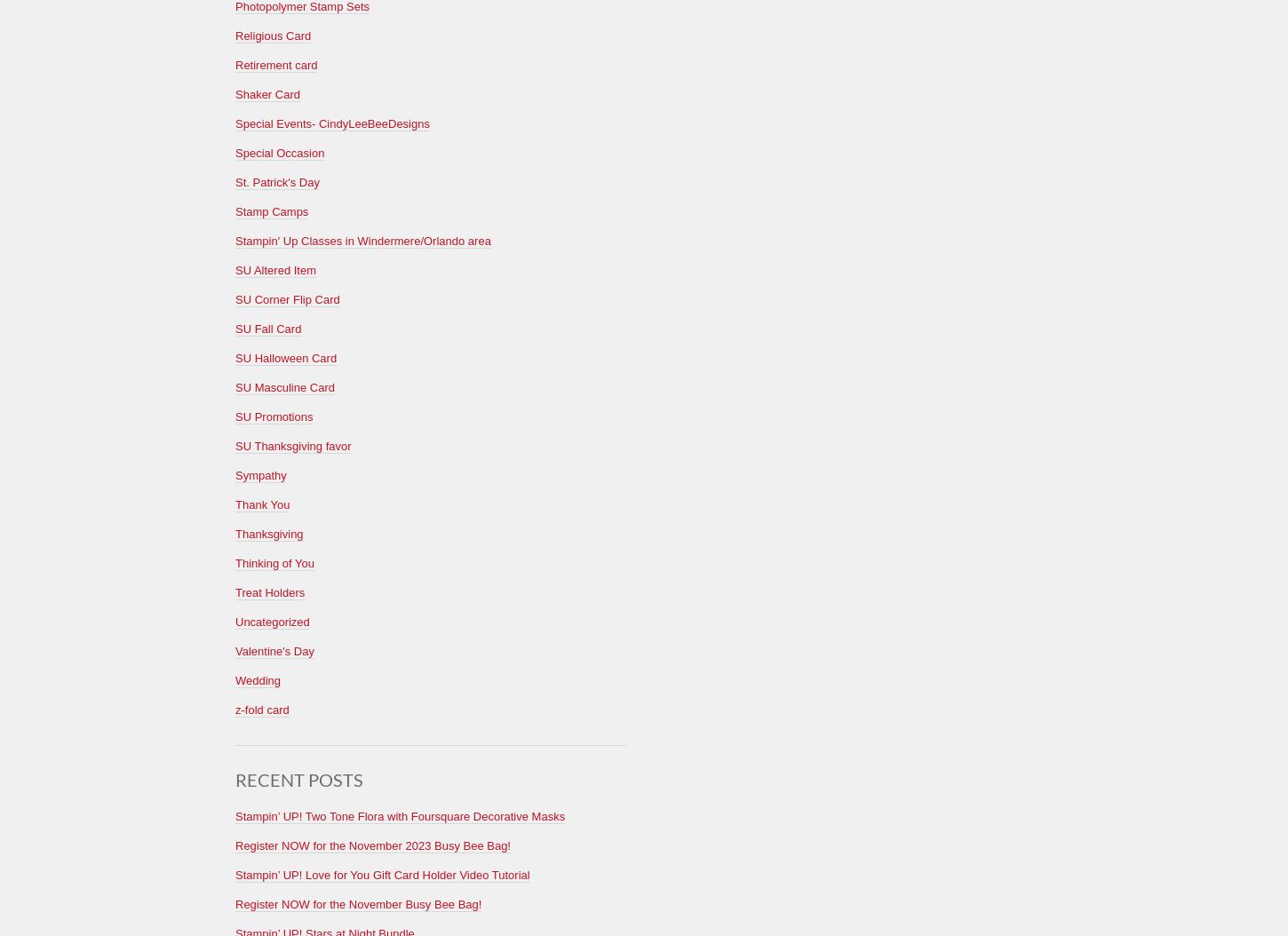  I want to click on 'Sympathy', so click(260, 474).